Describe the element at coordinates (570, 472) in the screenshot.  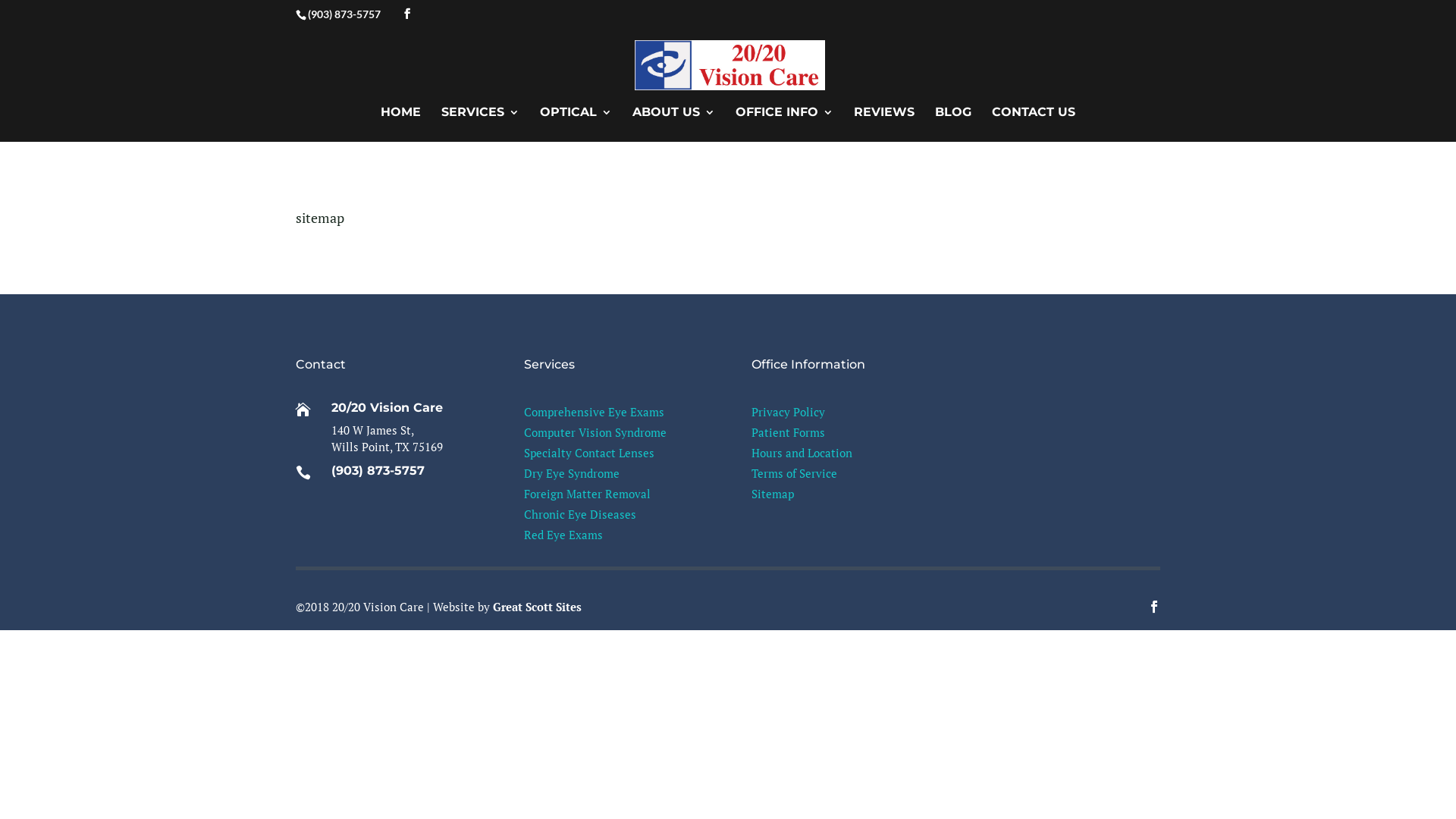
I see `'Dry Eye Syndrome'` at that location.